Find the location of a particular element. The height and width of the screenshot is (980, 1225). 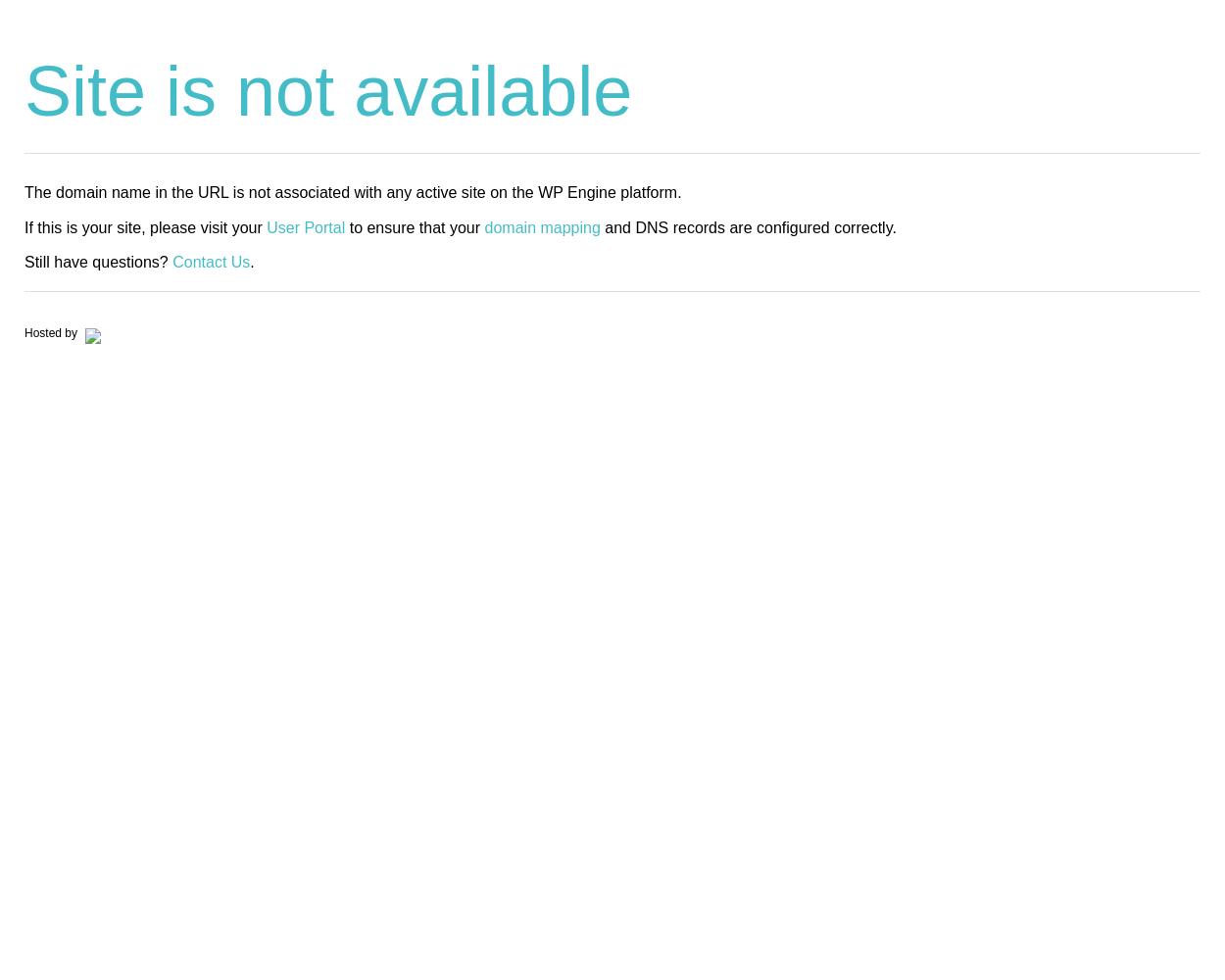

'to ensure that your' is located at coordinates (415, 225).